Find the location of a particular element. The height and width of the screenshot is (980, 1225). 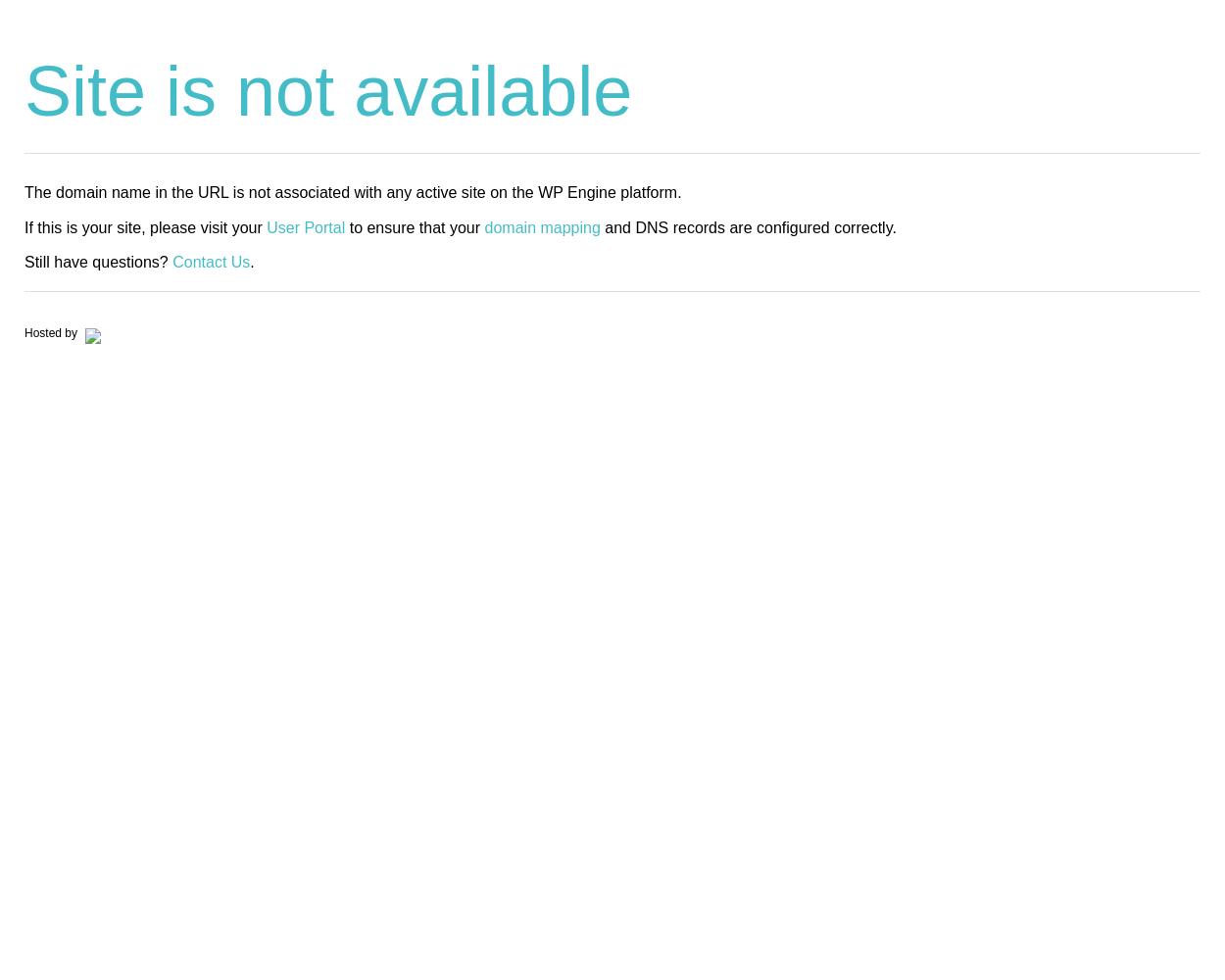

'to ensure that your' is located at coordinates (415, 225).